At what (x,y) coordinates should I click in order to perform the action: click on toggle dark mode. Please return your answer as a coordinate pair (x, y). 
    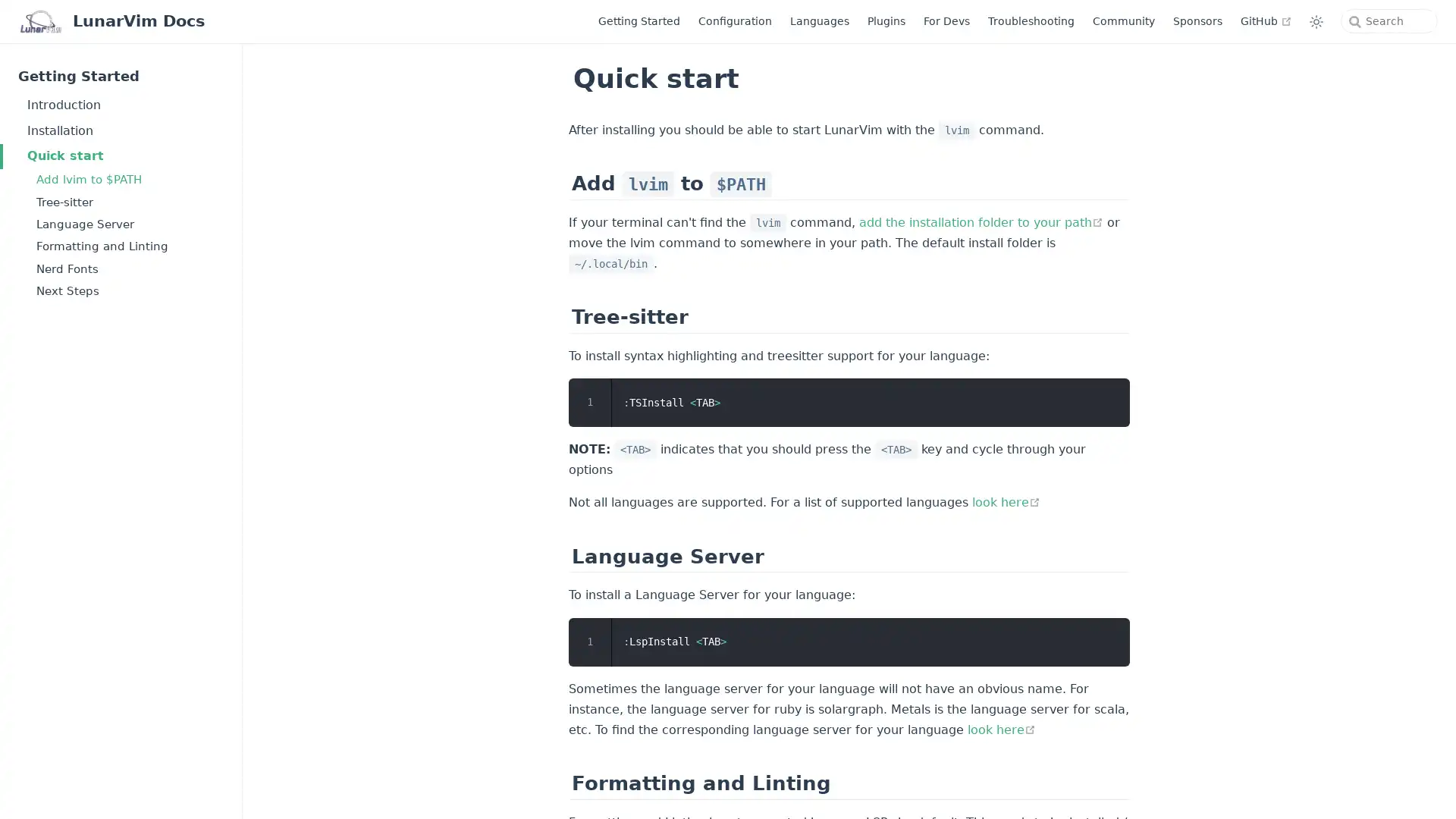
    Looking at the image, I should click on (1316, 20).